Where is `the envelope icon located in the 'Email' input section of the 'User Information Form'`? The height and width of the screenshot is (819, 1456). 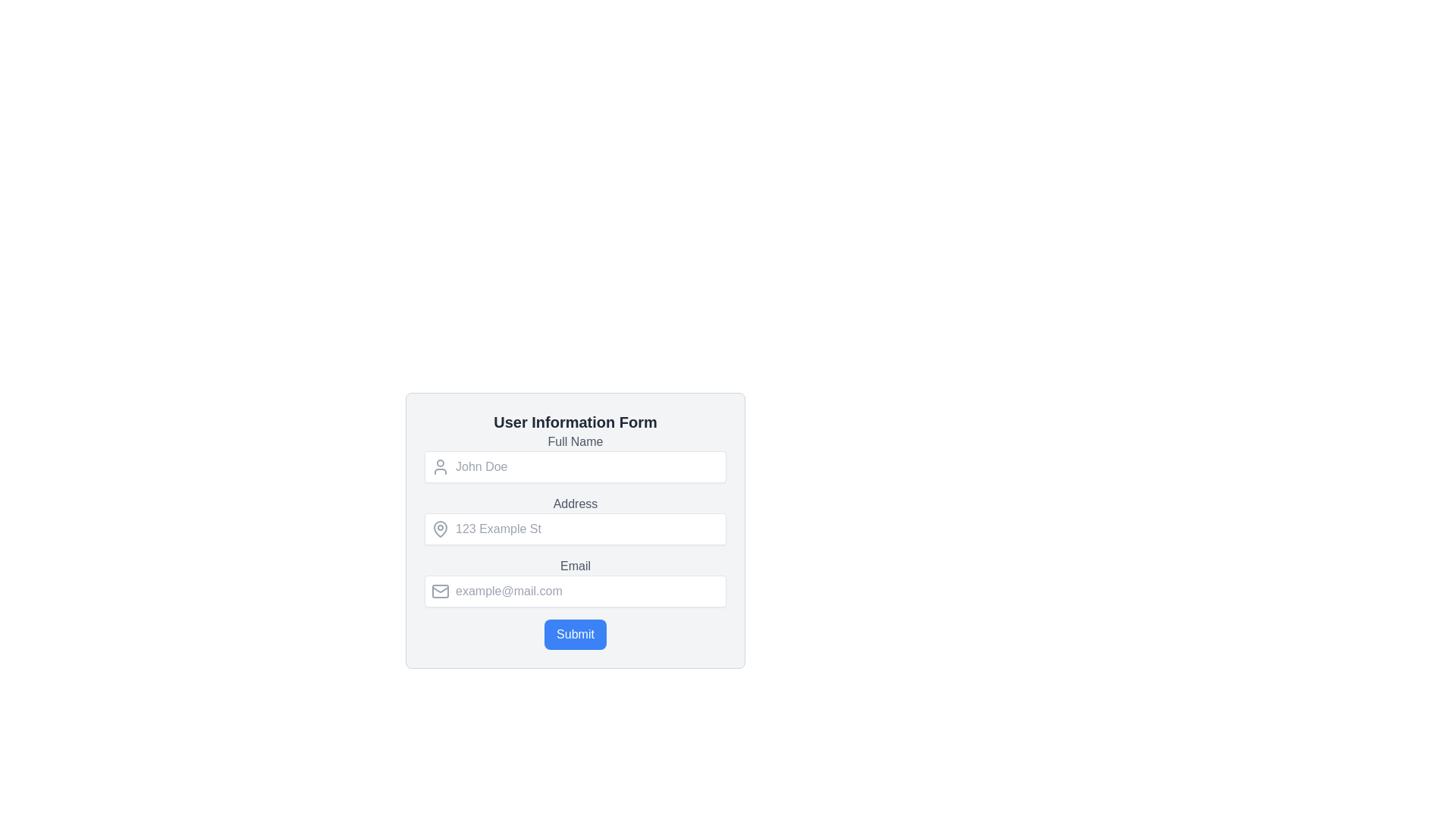 the envelope icon located in the 'Email' input section of the 'User Information Form' is located at coordinates (439, 590).